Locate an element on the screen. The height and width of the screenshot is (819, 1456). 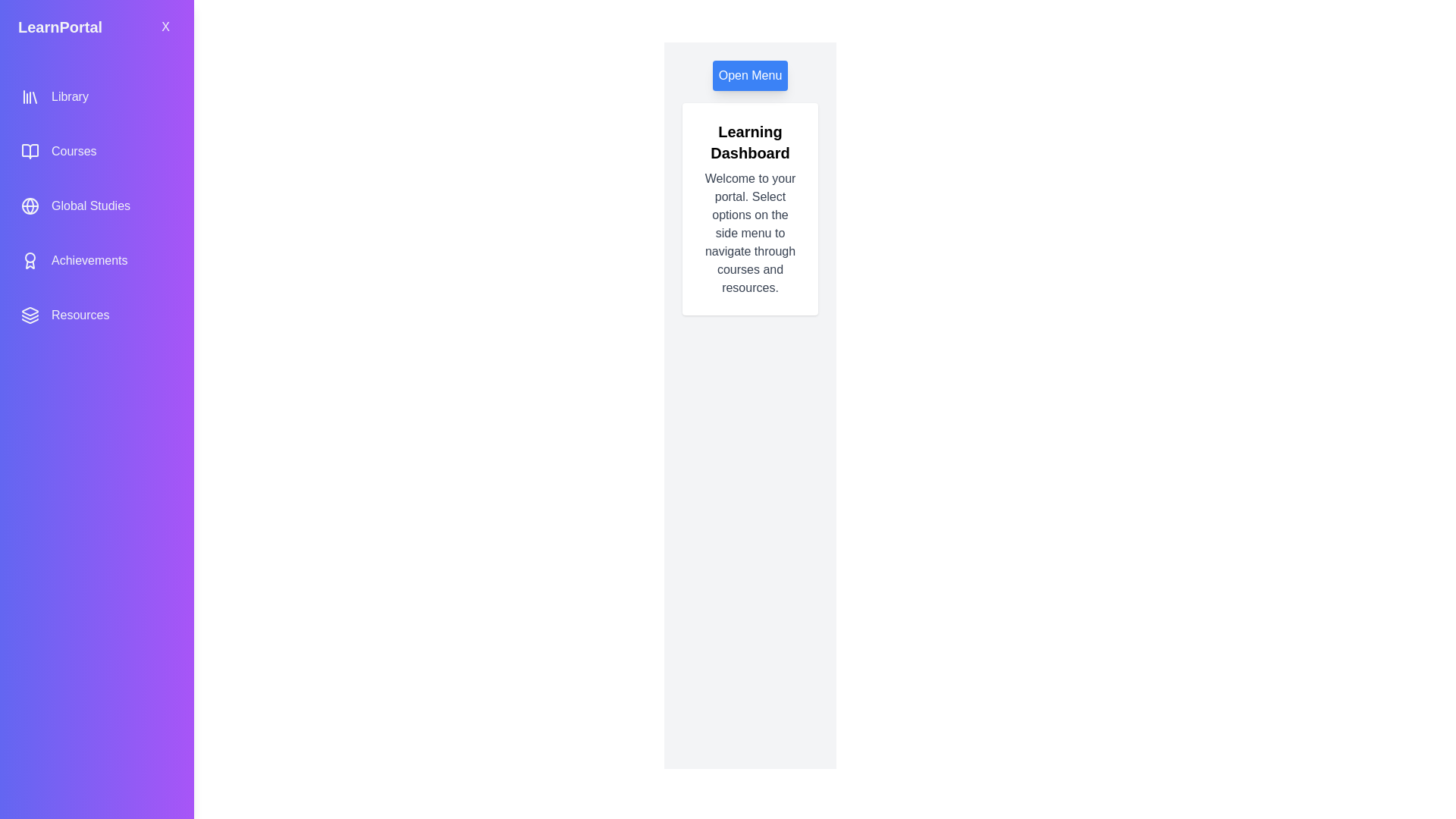
the menu option Library from the side menu is located at coordinates (96, 96).